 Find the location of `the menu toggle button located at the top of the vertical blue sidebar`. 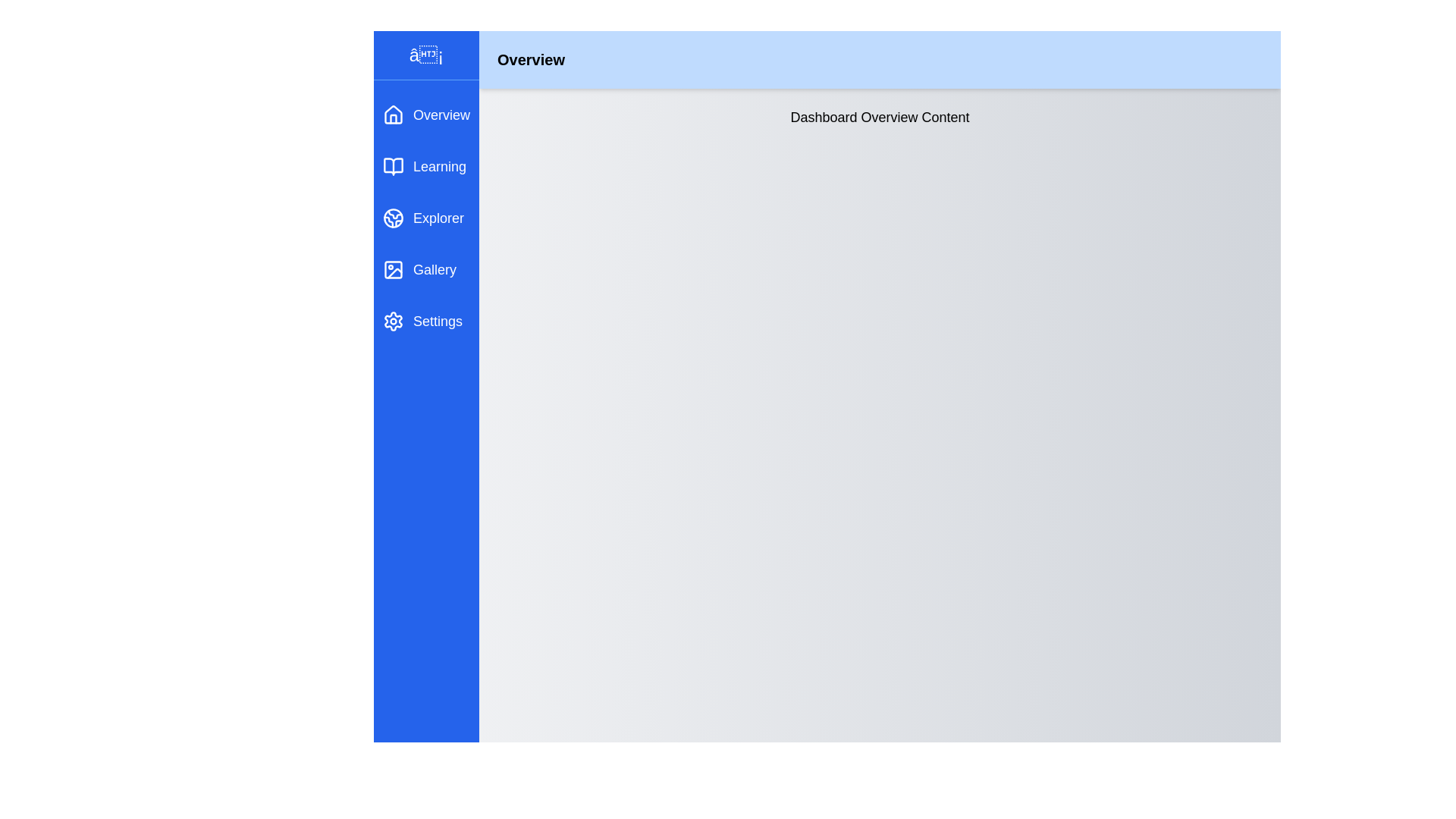

the menu toggle button located at the top of the vertical blue sidebar is located at coordinates (425, 55).